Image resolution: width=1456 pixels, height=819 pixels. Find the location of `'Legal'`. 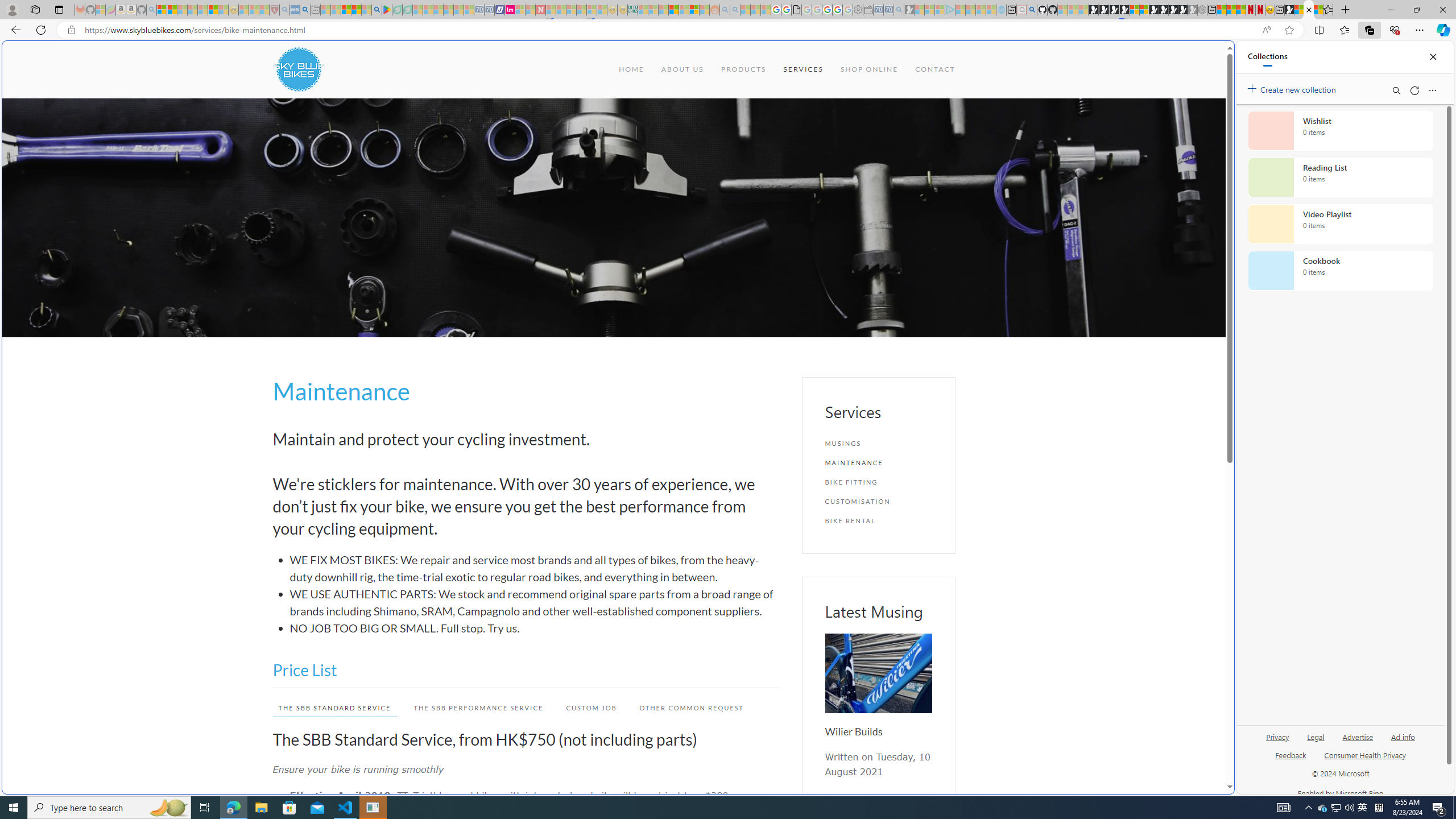

'Legal' is located at coordinates (1316, 736).